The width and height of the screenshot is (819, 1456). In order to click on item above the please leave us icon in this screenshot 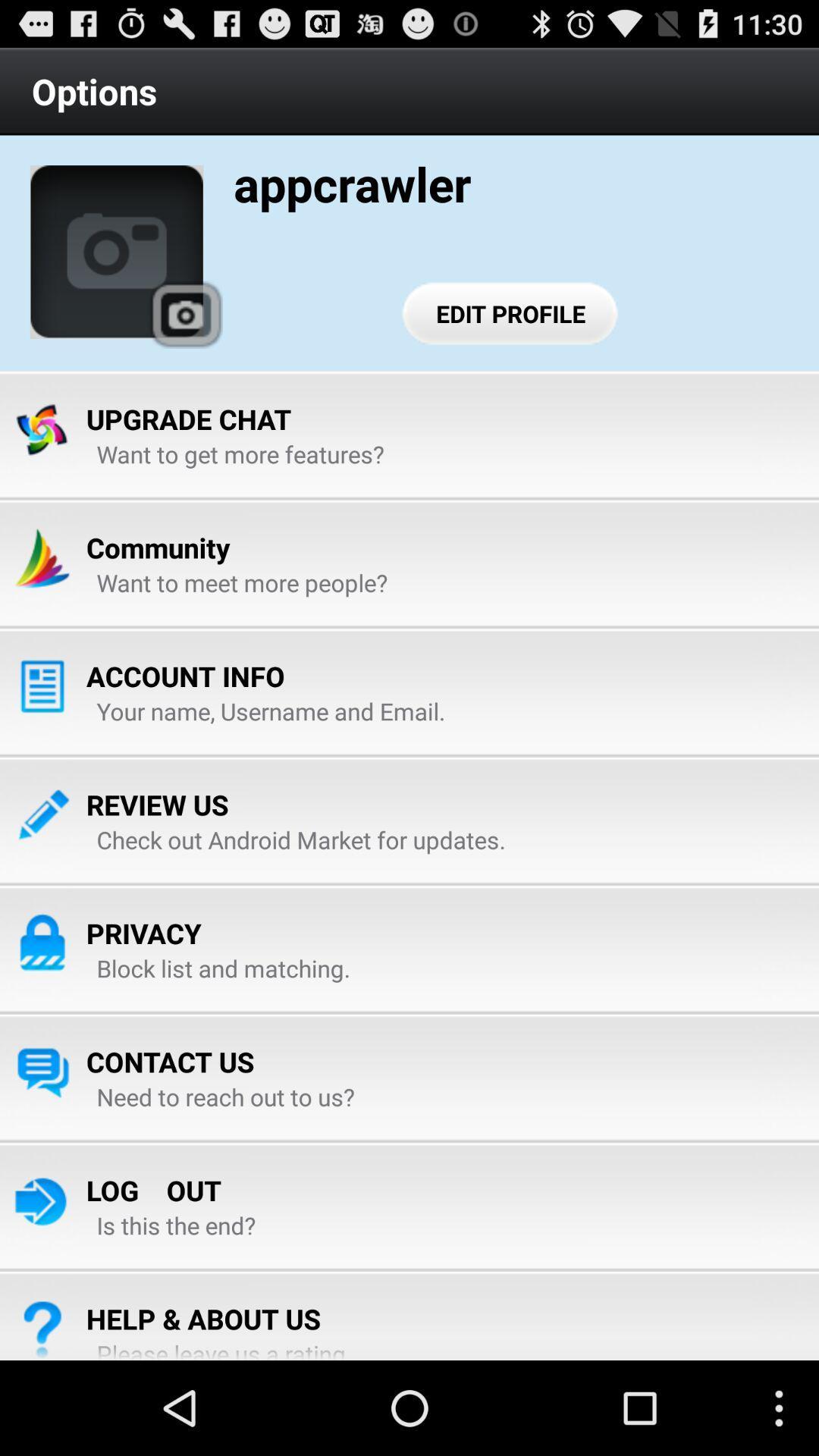, I will do `click(202, 1318)`.